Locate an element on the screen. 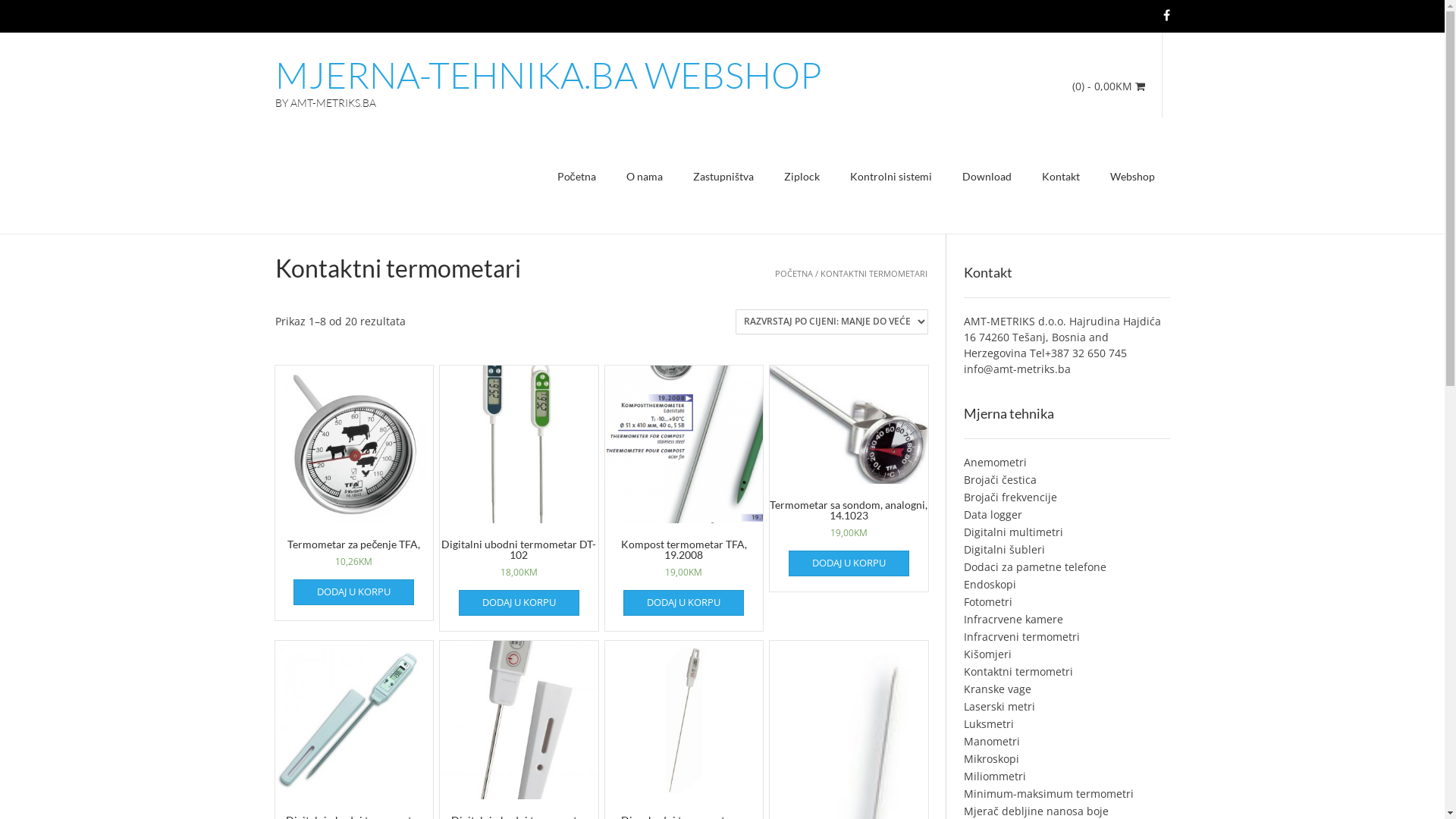 This screenshot has height=819, width=1456. 'Infracrvene kamere' is located at coordinates (1013, 619).